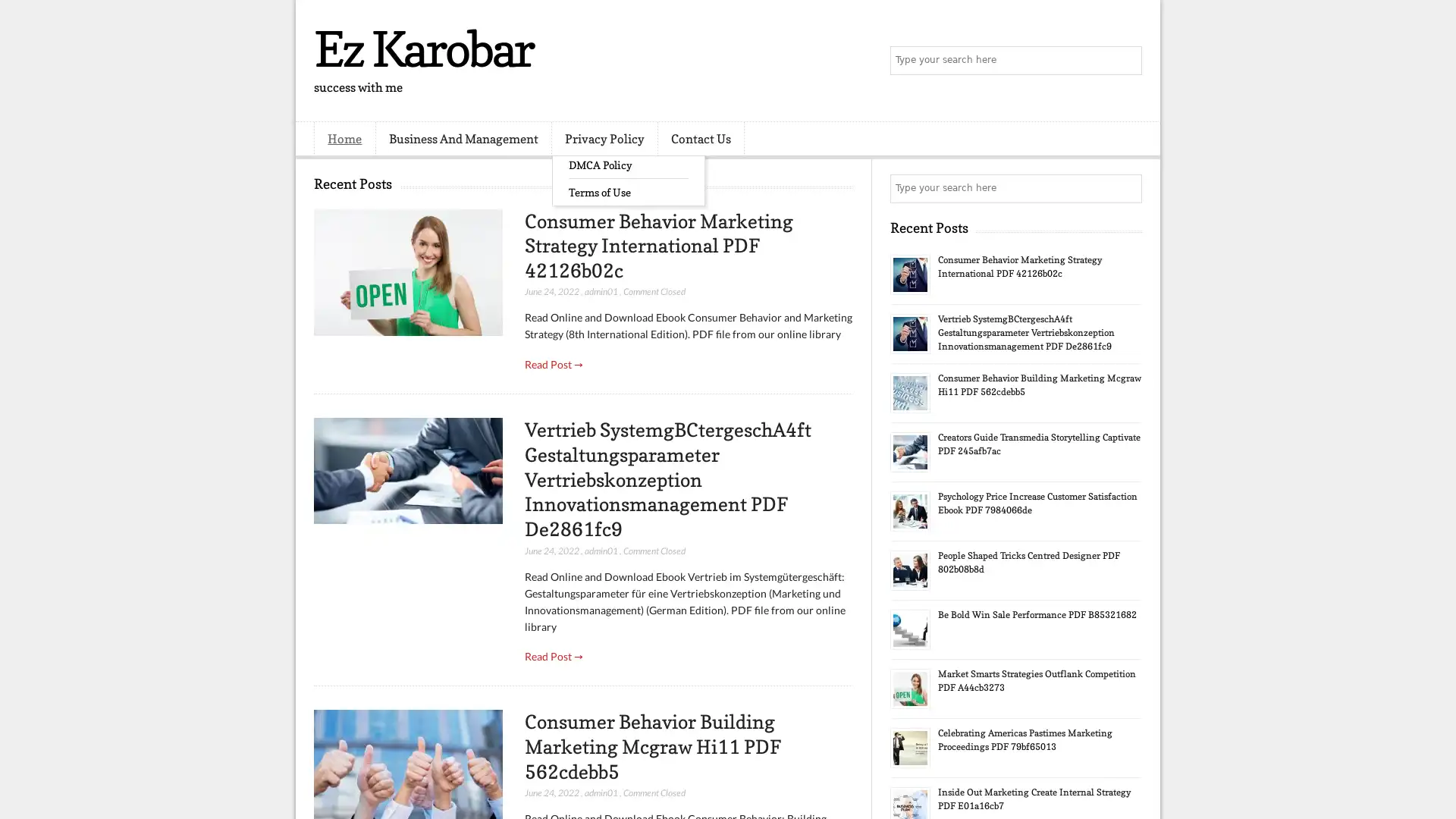  What do you see at coordinates (1126, 188) in the screenshot?
I see `Search` at bounding box center [1126, 188].